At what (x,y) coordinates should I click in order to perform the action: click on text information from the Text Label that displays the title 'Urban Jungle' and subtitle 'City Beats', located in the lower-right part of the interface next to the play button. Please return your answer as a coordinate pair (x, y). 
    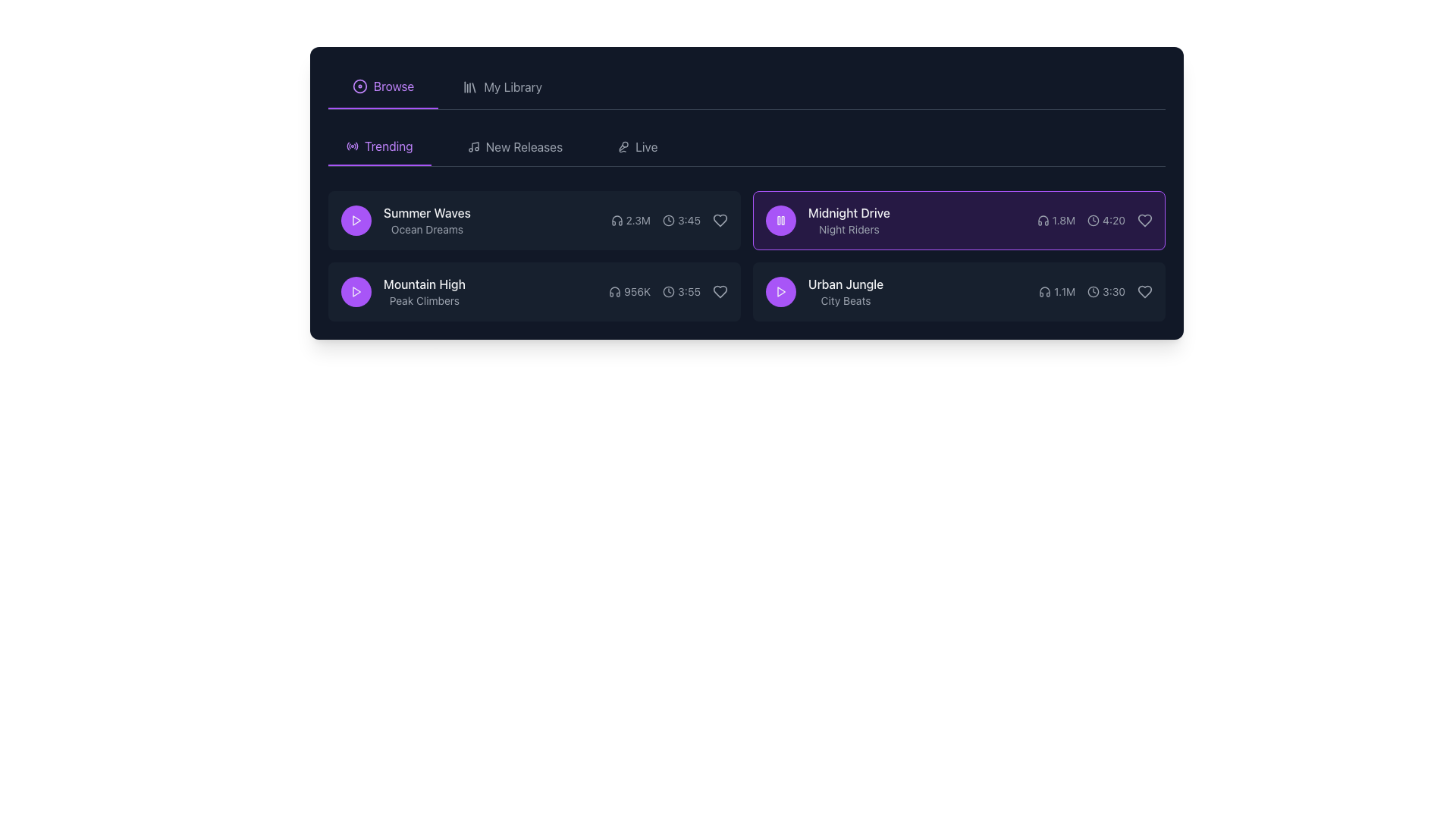
    Looking at the image, I should click on (845, 292).